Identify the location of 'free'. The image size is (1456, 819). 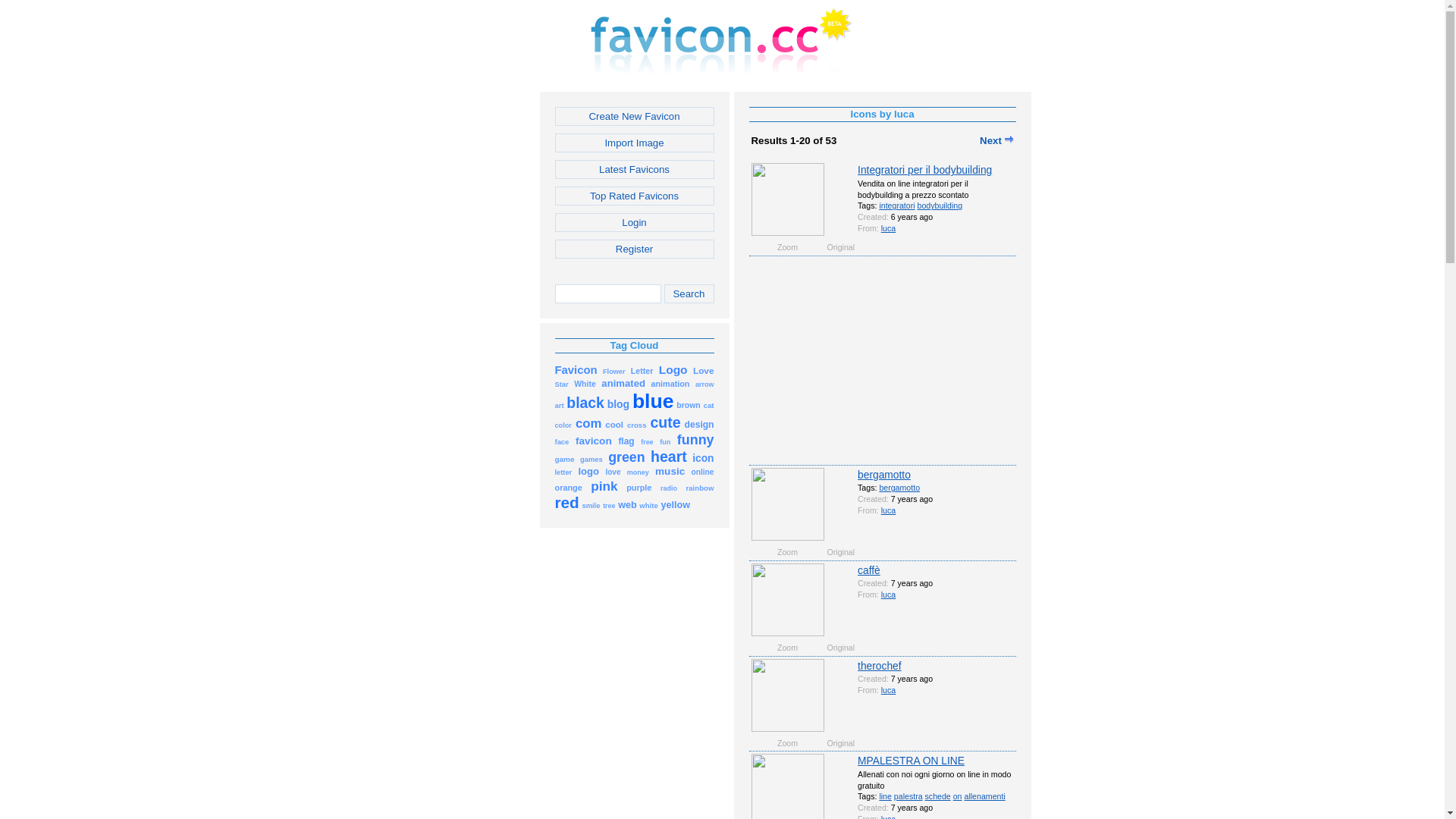
(647, 441).